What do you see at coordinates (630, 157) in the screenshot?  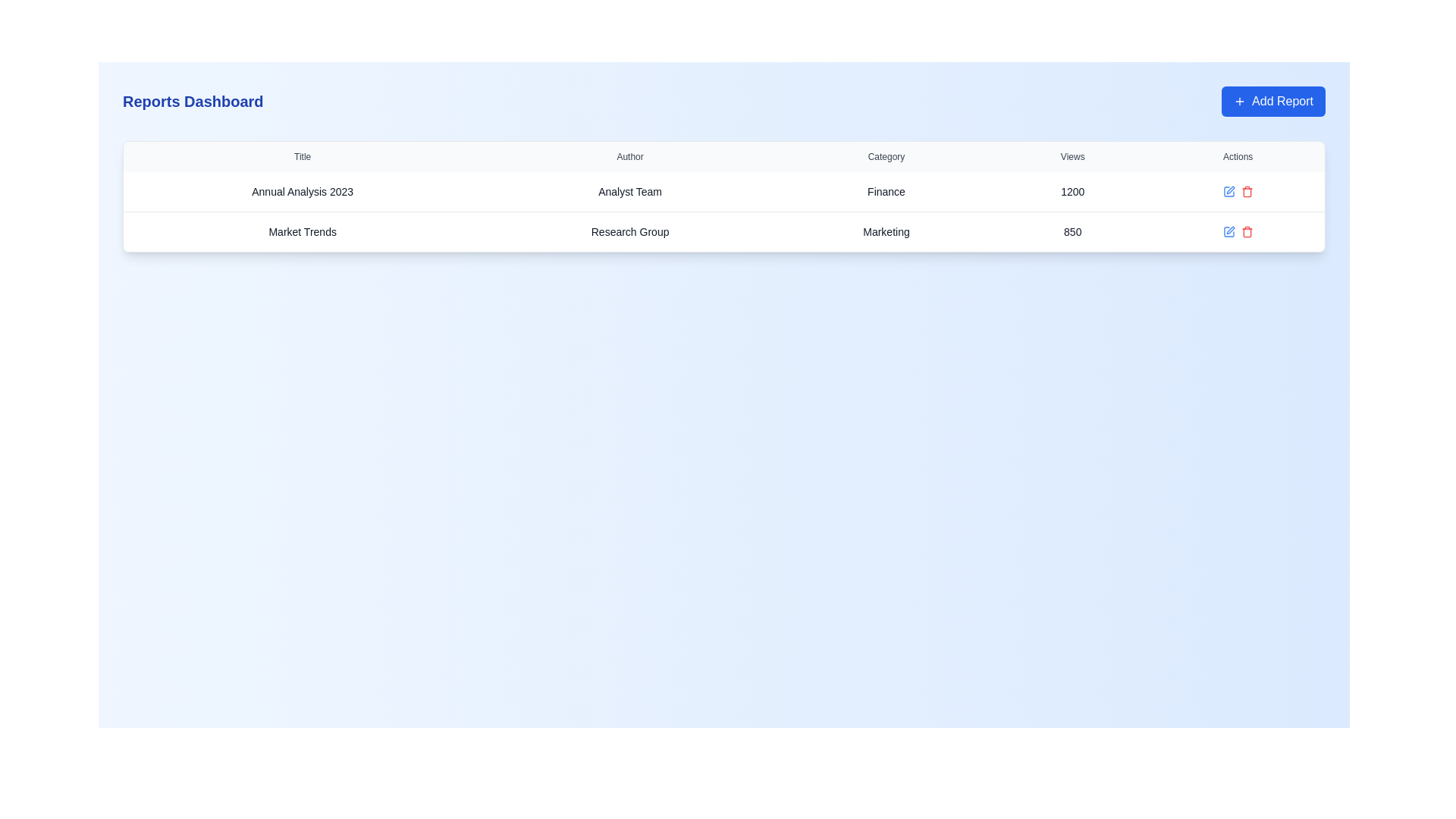 I see `the 'Author' column header in the grid-like table structure, which displays the text in a small-sized gray font within a bordered white cell` at bounding box center [630, 157].